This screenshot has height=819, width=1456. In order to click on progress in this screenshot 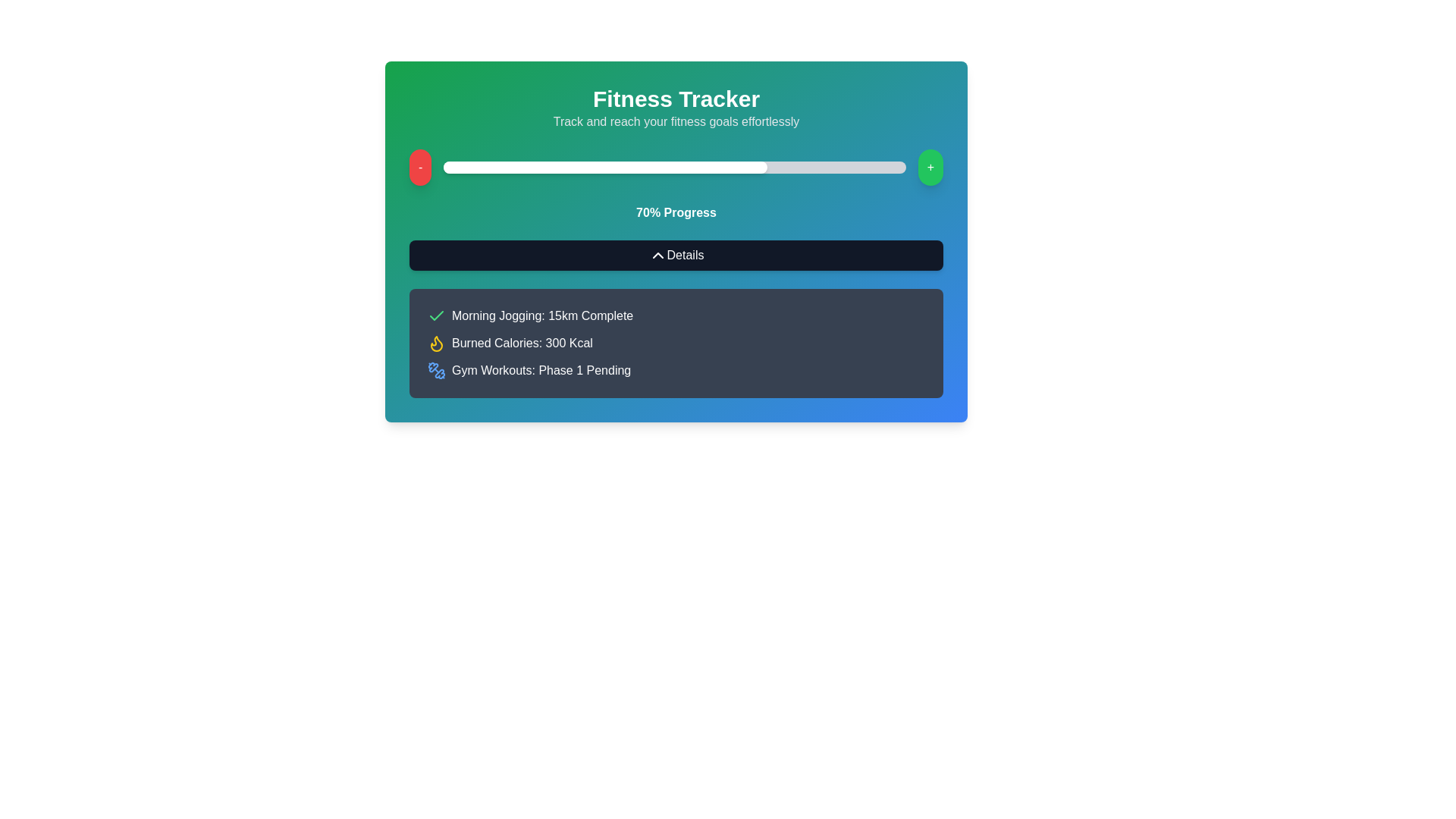, I will do `click(845, 167)`.